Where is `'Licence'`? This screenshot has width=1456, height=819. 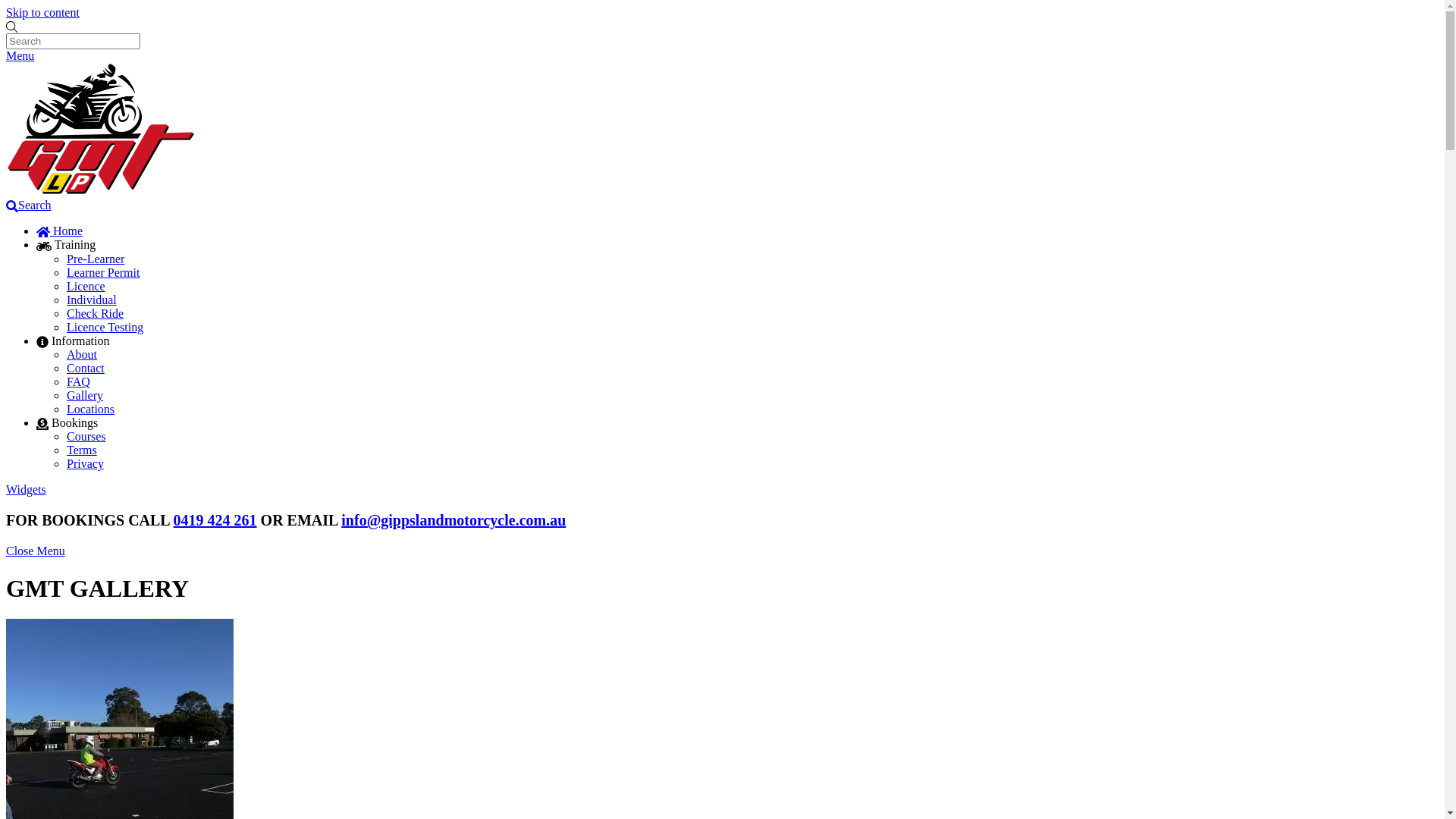
'Licence' is located at coordinates (85, 286).